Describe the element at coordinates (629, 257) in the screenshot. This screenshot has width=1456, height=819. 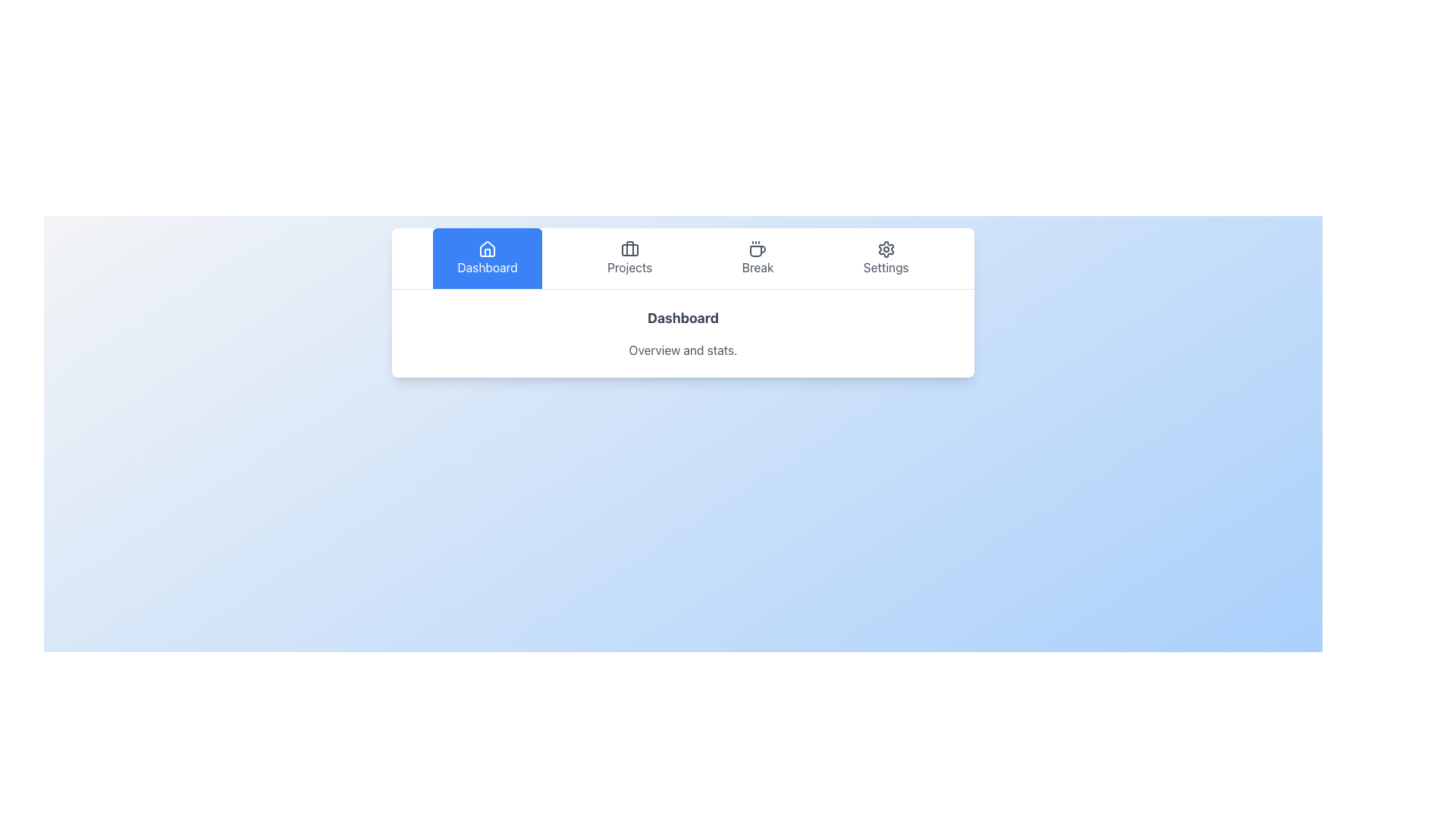
I see `the Navigation Button labeled 'Projects', which features a briefcase icon and is positioned between the 'Dashboard' and 'Break' buttons in the navigation menu` at that location.